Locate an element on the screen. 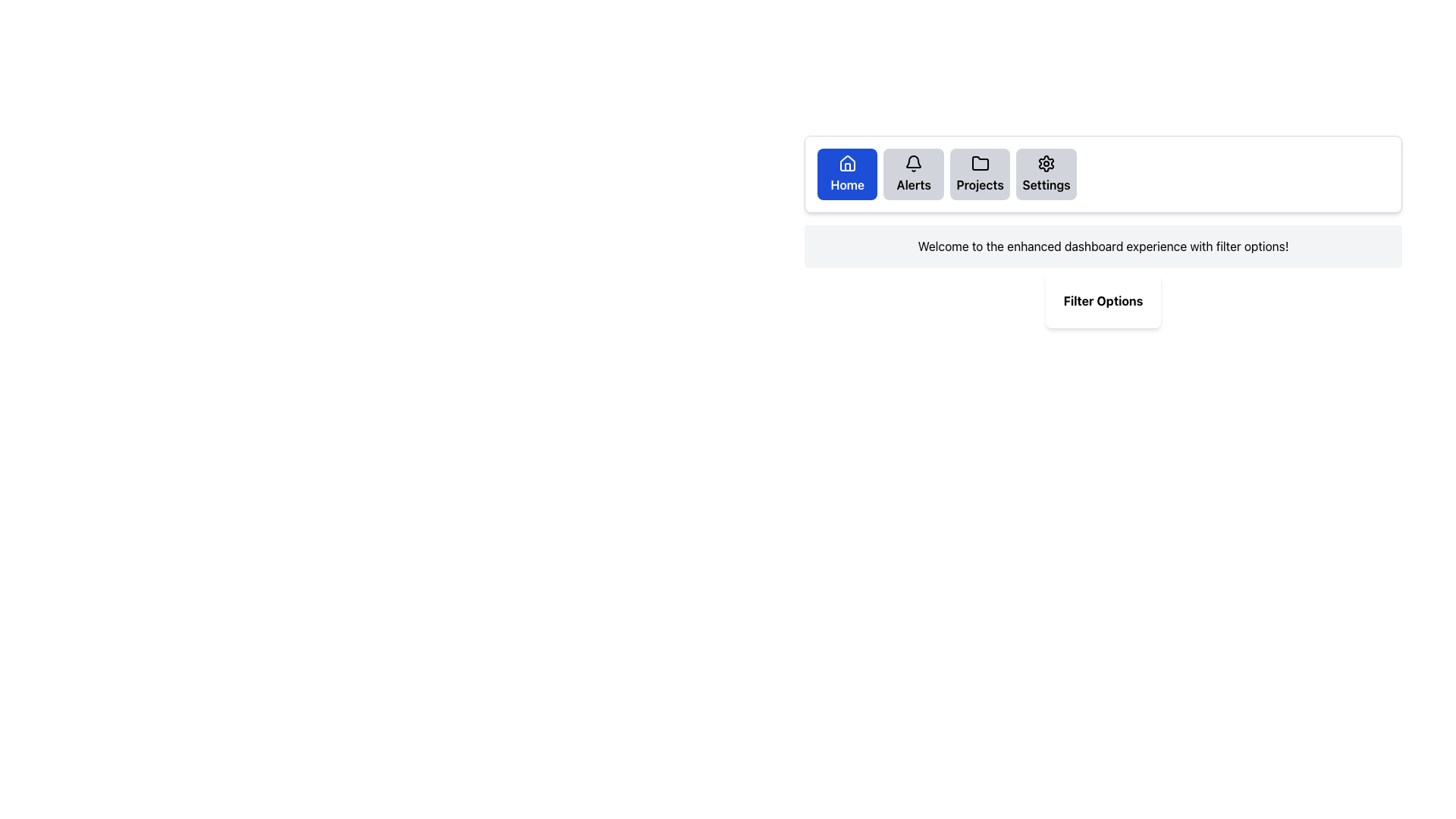  the 'Settings' button with a gear icon located at the far right of the horizontal navigation bar is located at coordinates (1046, 174).